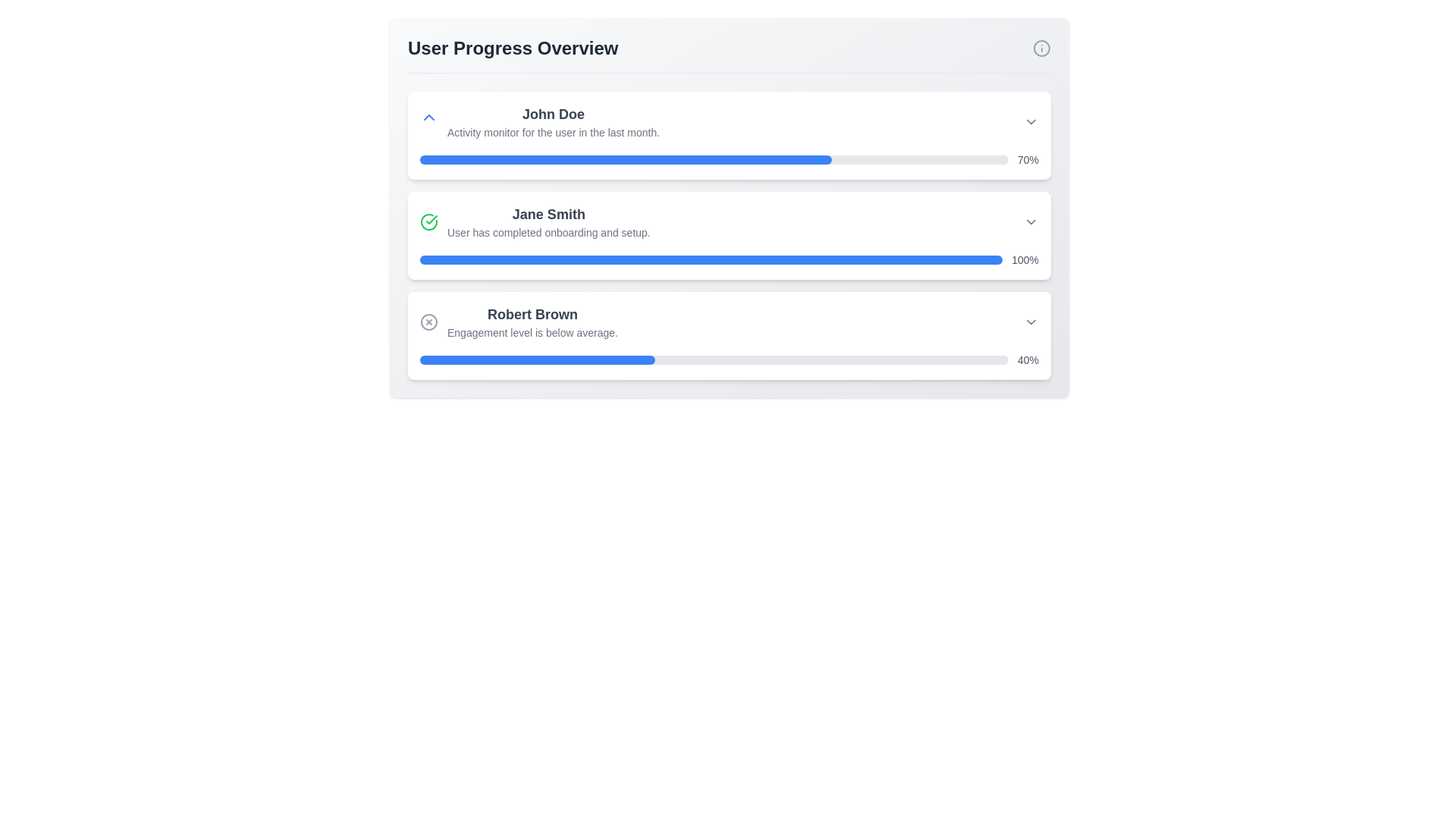 Image resolution: width=1456 pixels, height=819 pixels. Describe the element at coordinates (713, 359) in the screenshot. I see `the progress bar representing the engagement level for user 'Robert Brown', located in the 'User Progress Overview' section` at that location.